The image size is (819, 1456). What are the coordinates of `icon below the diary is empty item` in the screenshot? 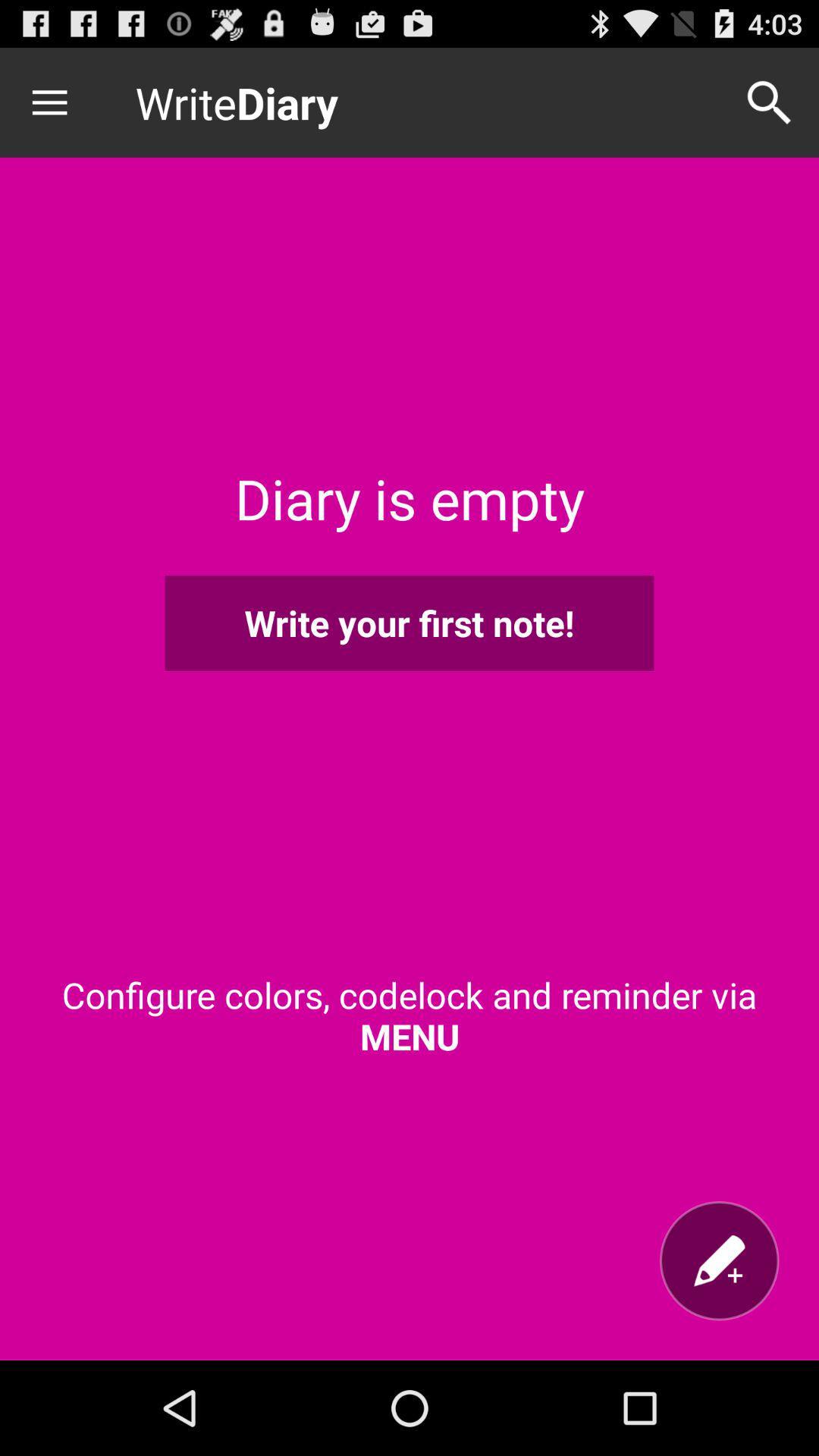 It's located at (409, 623).